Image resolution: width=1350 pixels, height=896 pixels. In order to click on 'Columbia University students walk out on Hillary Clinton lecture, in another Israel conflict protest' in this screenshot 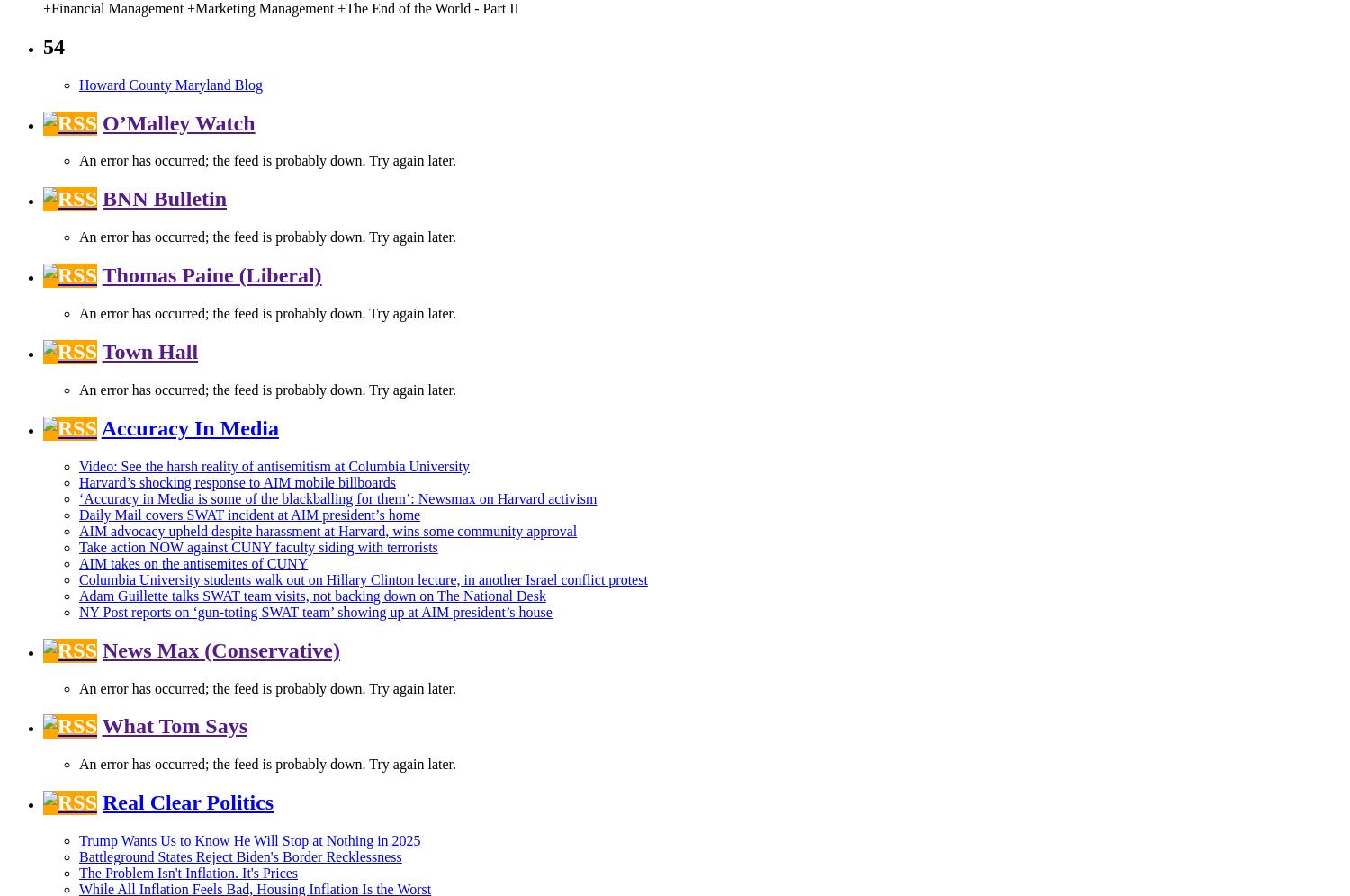, I will do `click(78, 578)`.